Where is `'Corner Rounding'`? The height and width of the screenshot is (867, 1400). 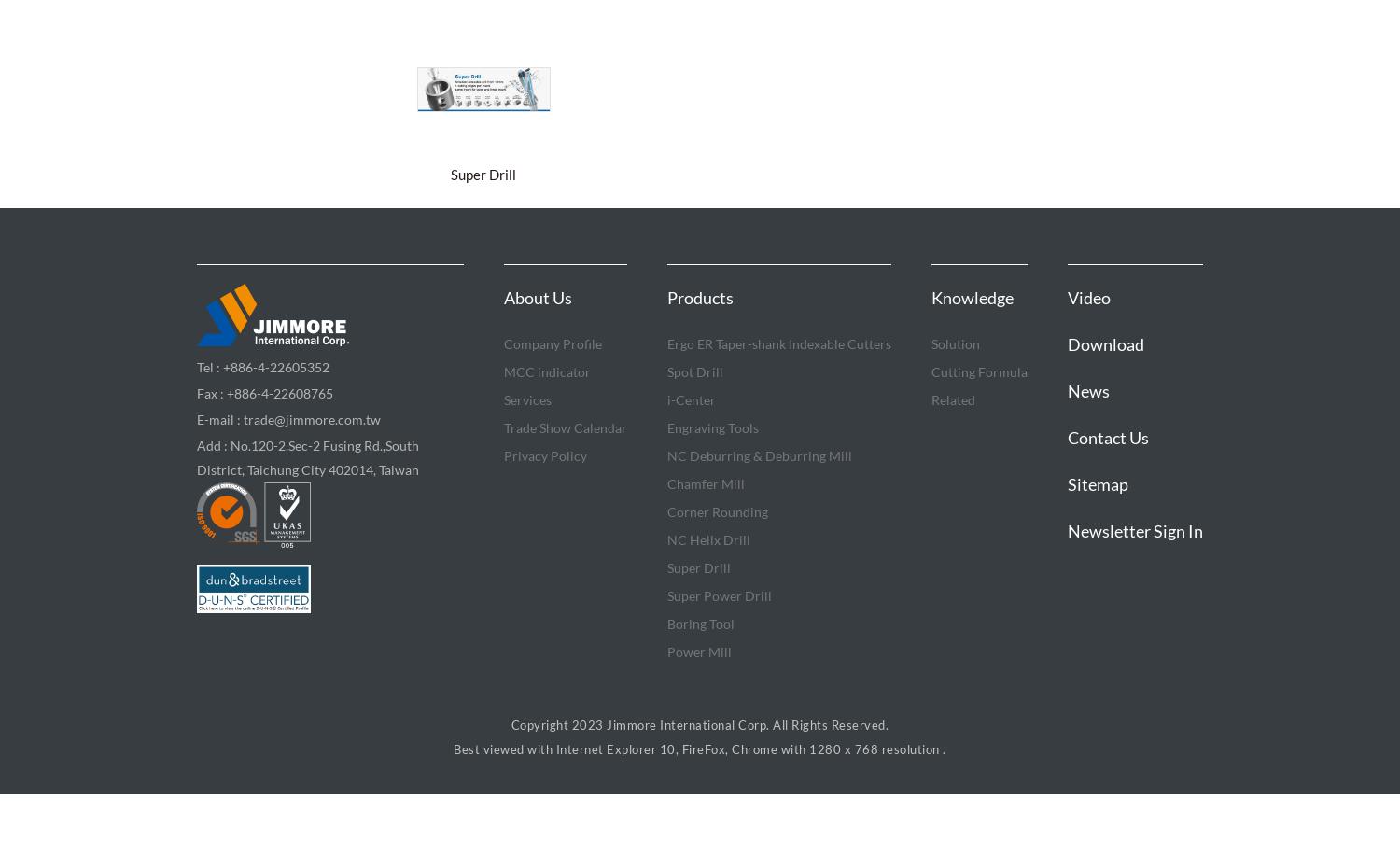
'Corner Rounding' is located at coordinates (718, 511).